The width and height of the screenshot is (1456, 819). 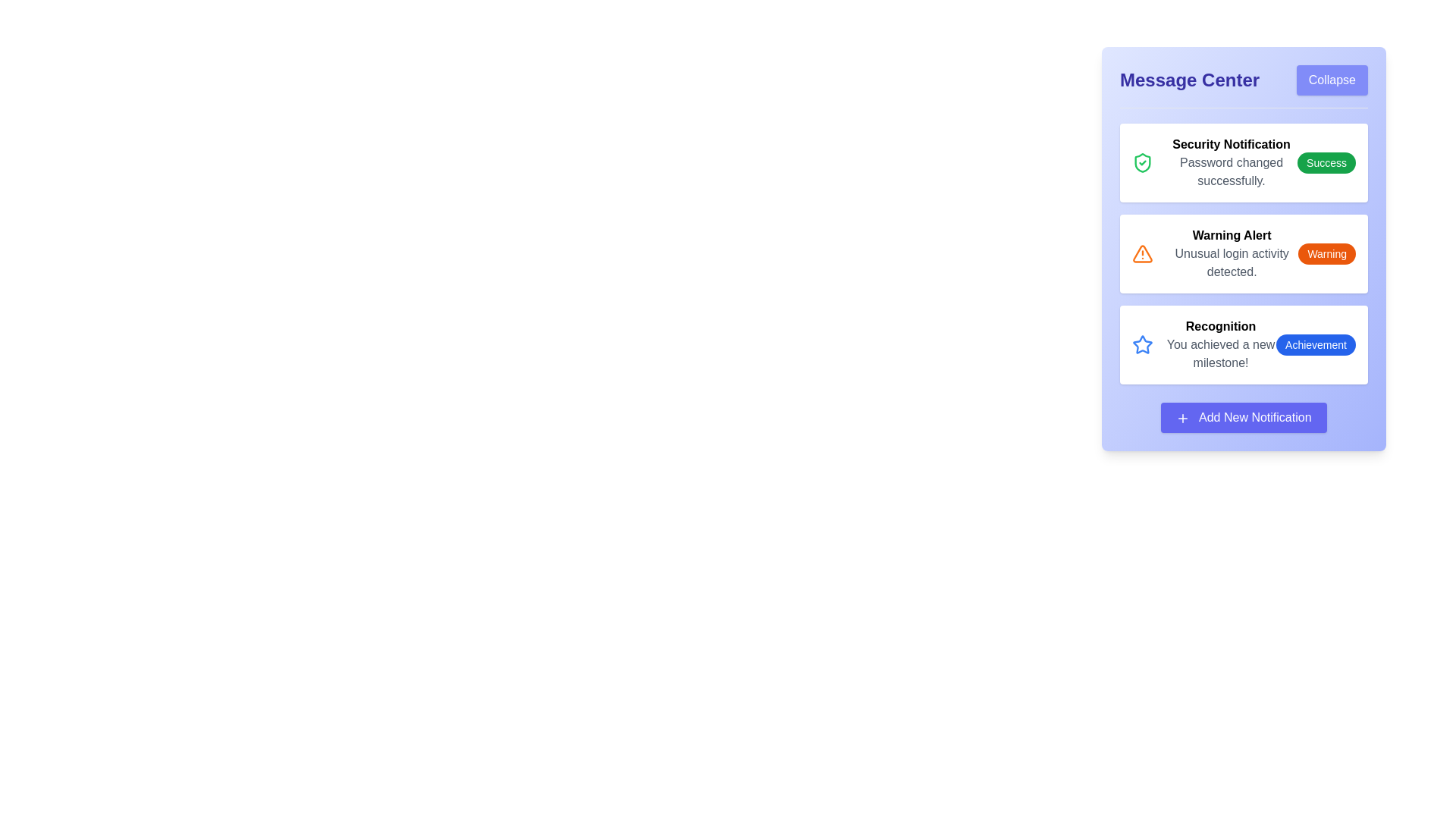 I want to click on text from the notification block displaying 'Security Notification' and 'Password changed successfully.' which is located in the center of the notification panel near its top section, so click(x=1232, y=163).